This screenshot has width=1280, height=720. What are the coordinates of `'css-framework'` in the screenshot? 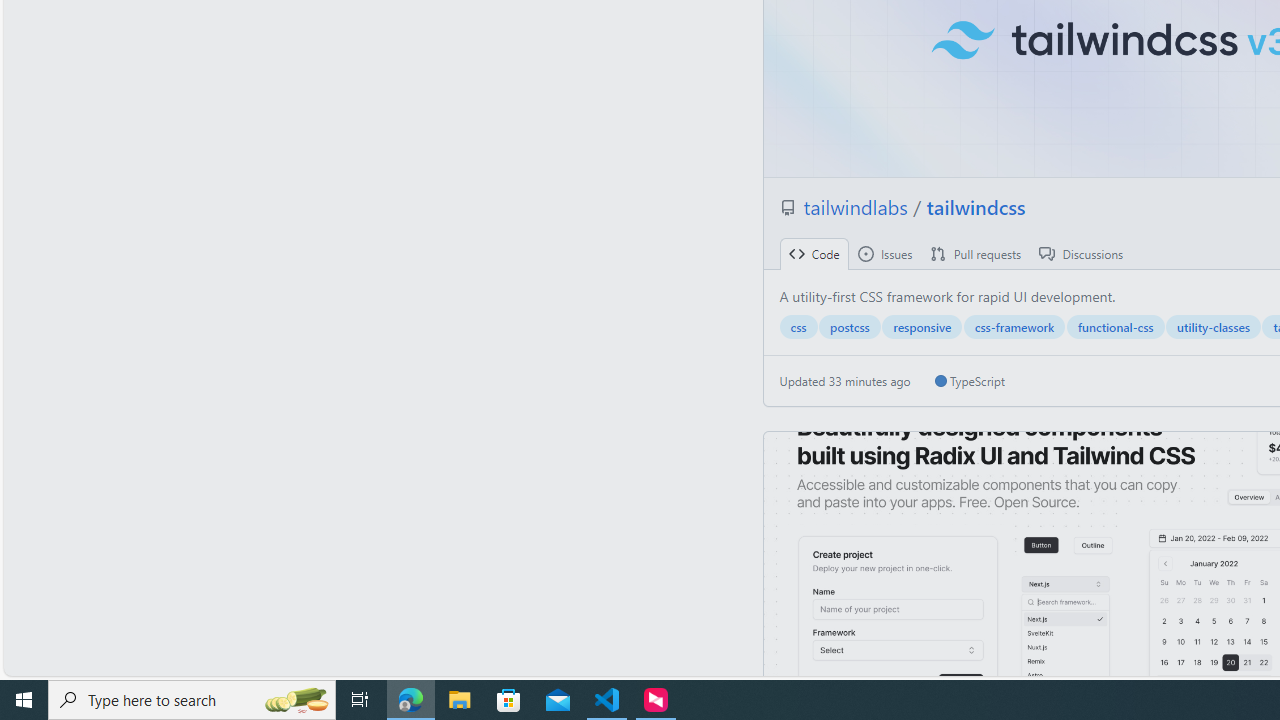 It's located at (1014, 326).